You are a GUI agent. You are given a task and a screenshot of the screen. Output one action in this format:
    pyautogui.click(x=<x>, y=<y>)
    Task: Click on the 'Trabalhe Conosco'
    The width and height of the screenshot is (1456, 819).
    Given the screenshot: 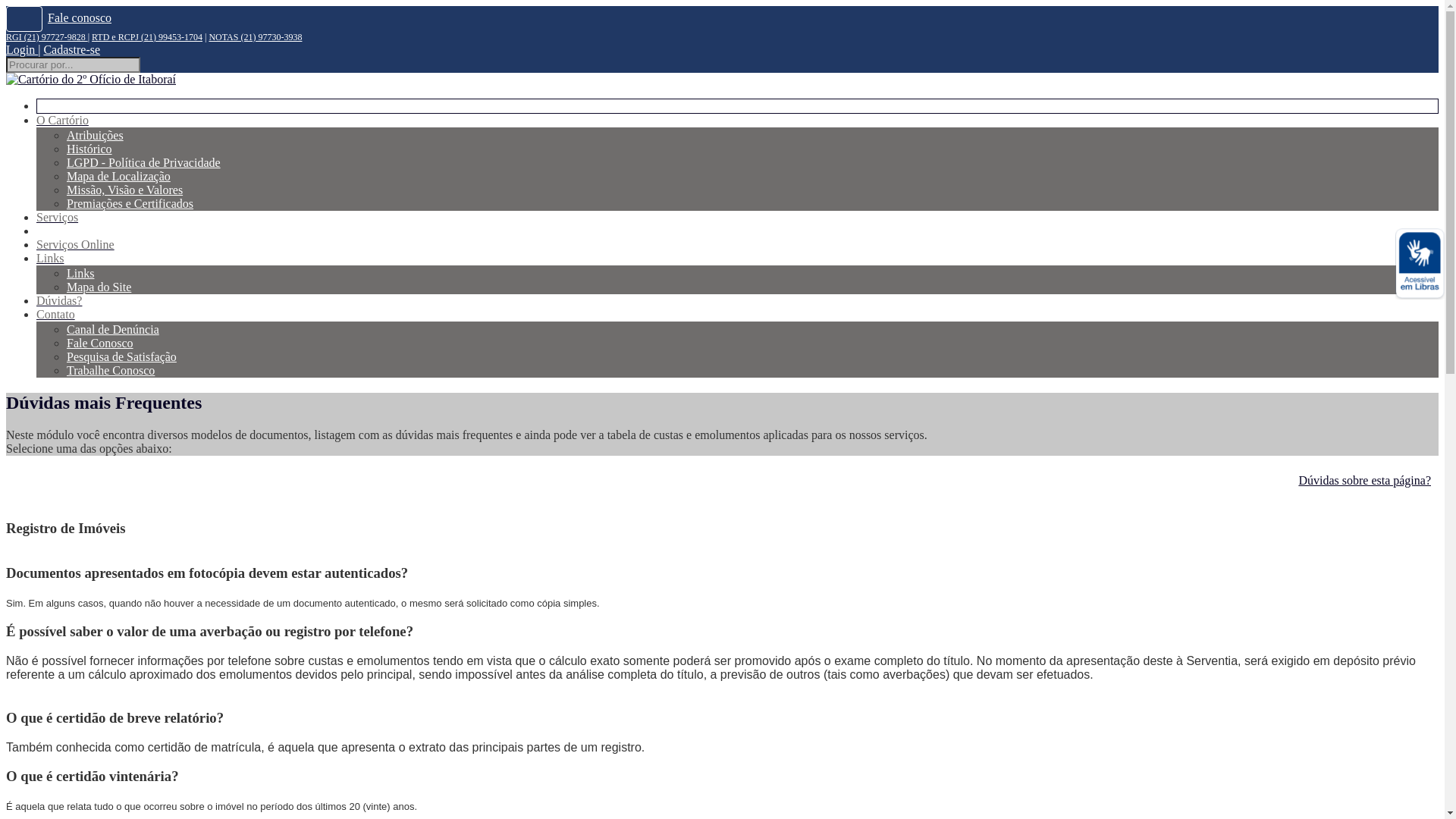 What is the action you would take?
    pyautogui.click(x=109, y=370)
    